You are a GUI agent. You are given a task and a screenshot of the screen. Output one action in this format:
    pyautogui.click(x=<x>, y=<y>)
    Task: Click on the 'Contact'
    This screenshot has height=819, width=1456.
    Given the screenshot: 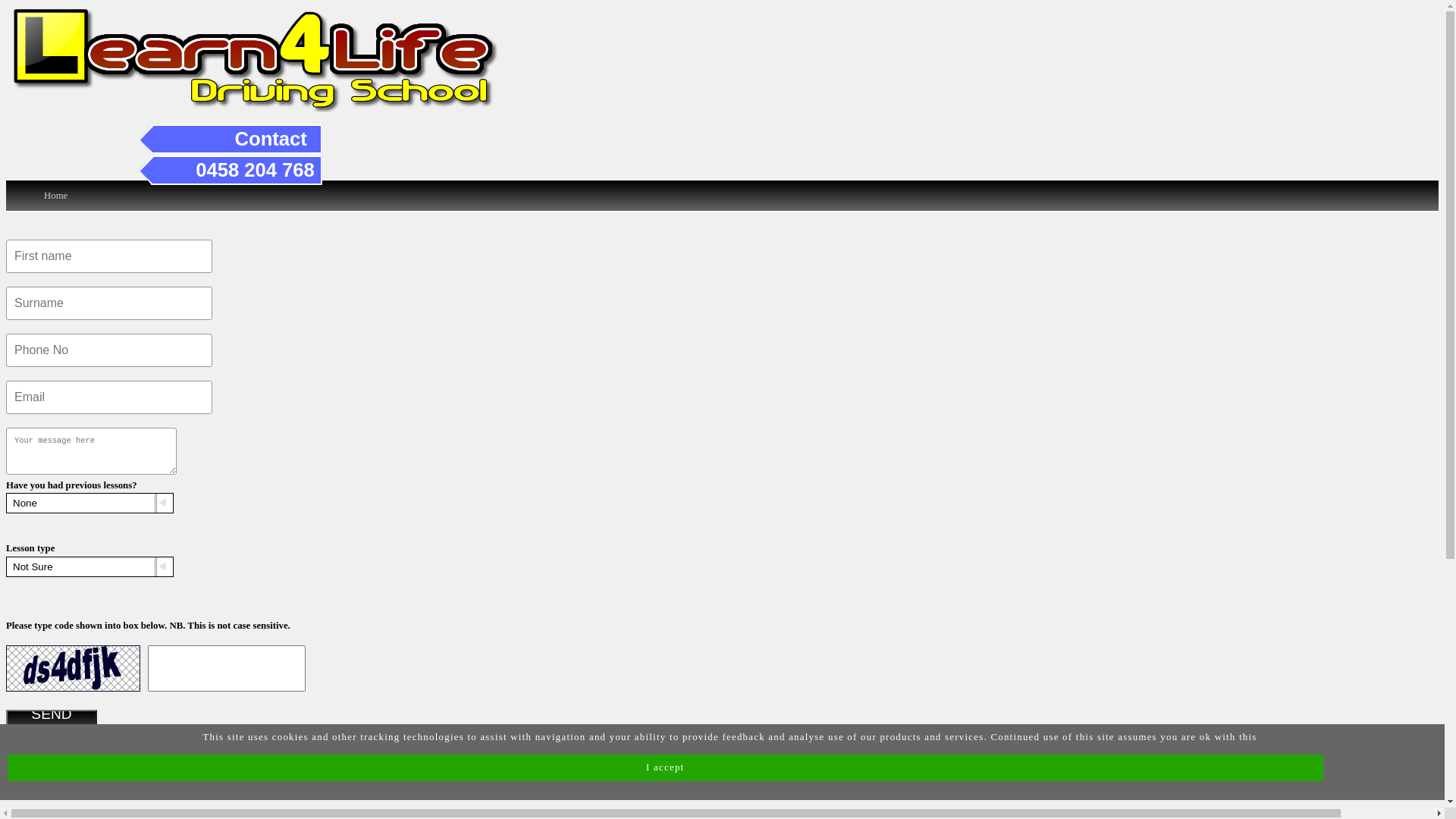 What is the action you would take?
    pyautogui.click(x=271, y=138)
    